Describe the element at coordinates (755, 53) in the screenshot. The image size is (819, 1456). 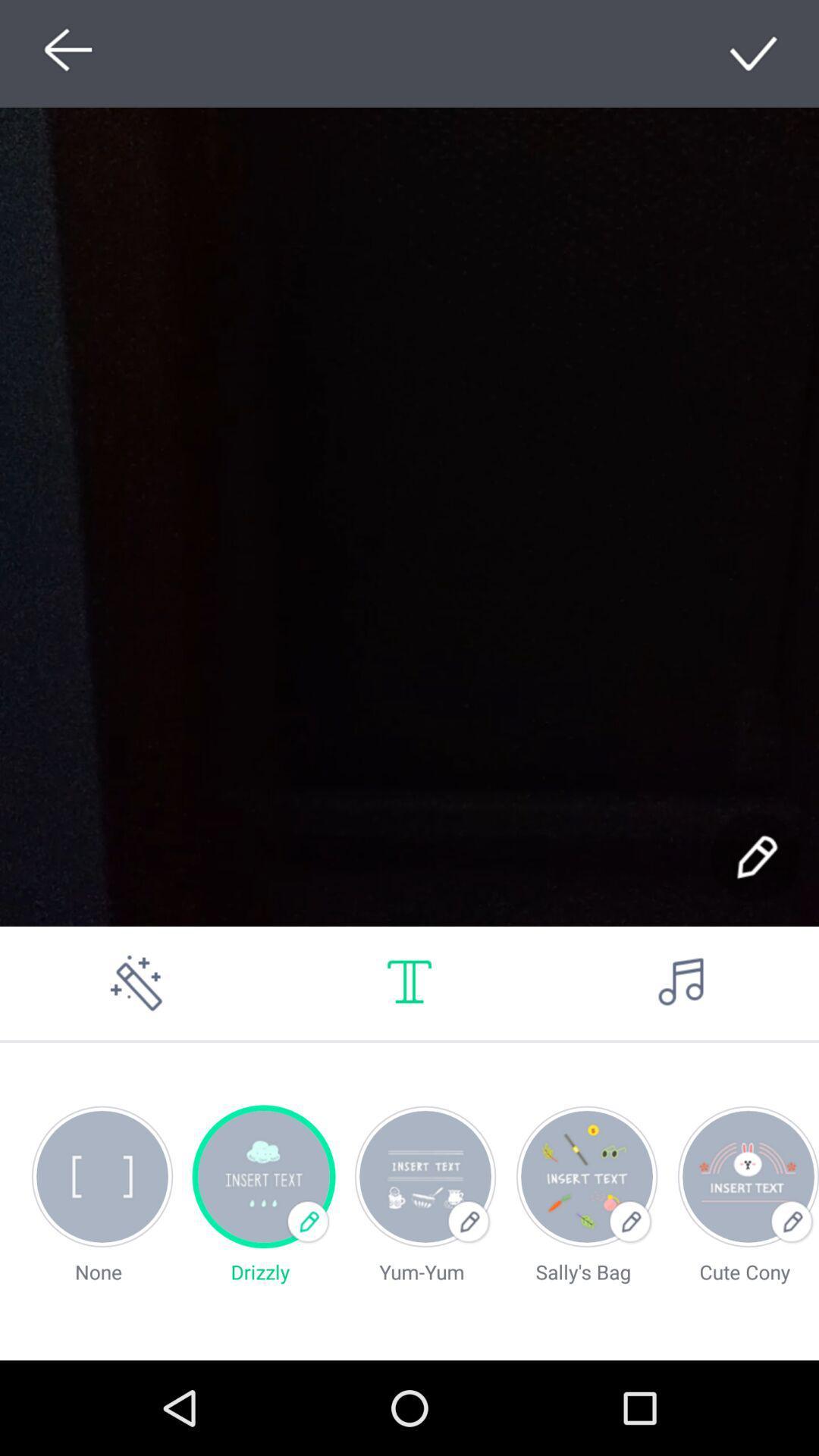
I see `this item` at that location.